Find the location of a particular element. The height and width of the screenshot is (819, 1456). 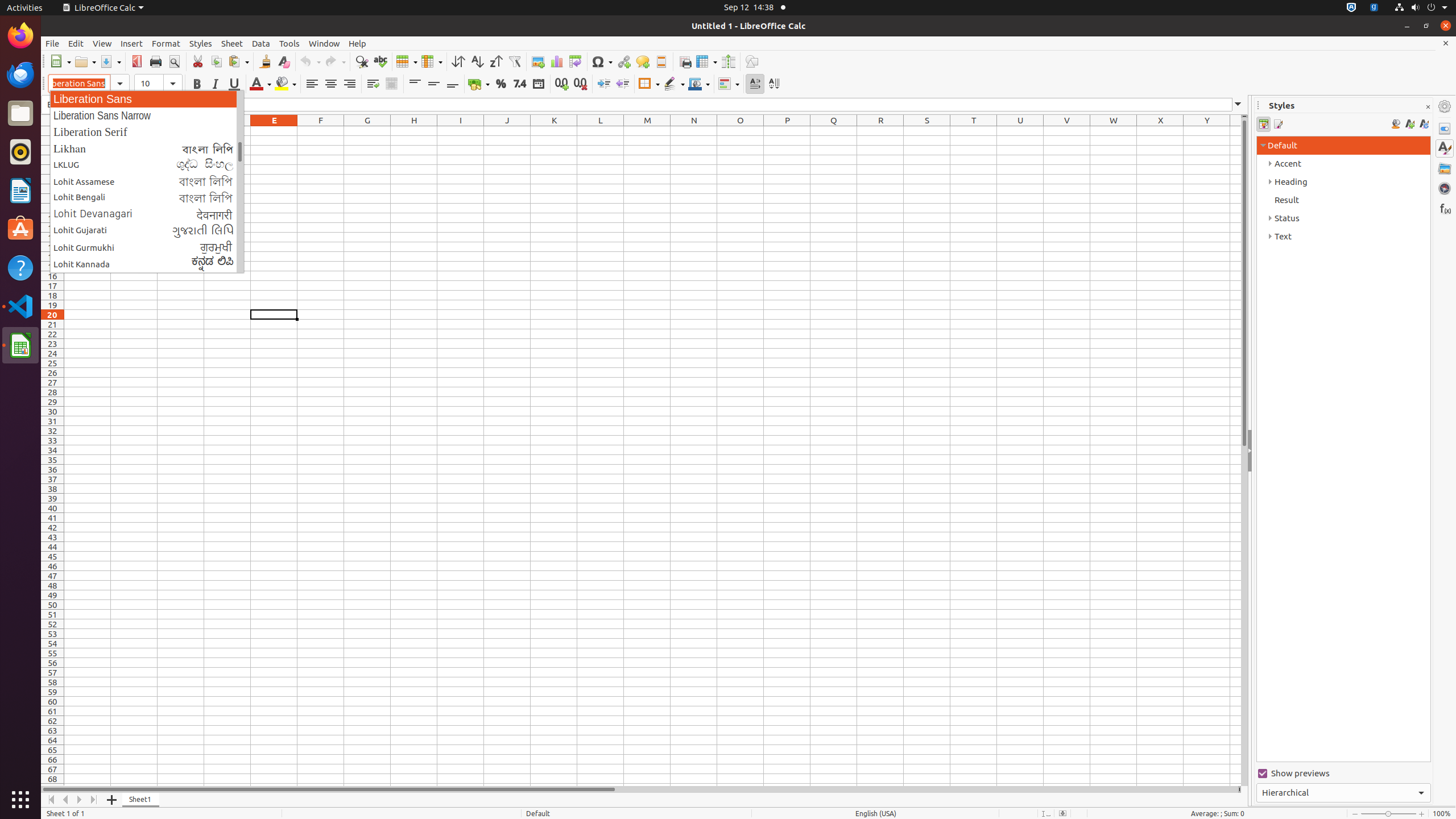

'Align Top' is located at coordinates (415, 83).